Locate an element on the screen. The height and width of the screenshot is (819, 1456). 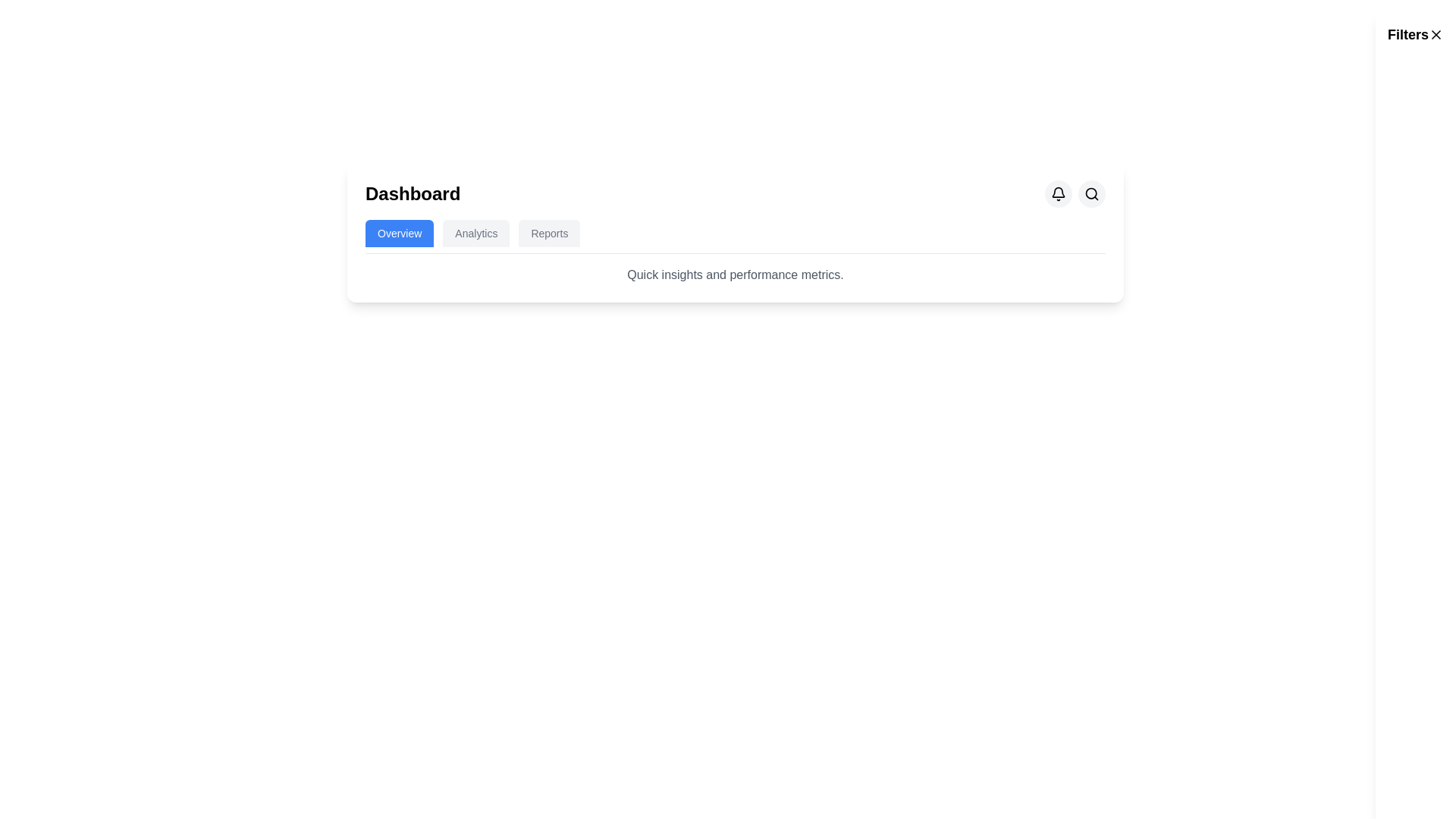
the central filled circle of the magnifying glass icon located at the right end of the top bar in the interface is located at coordinates (1090, 193).